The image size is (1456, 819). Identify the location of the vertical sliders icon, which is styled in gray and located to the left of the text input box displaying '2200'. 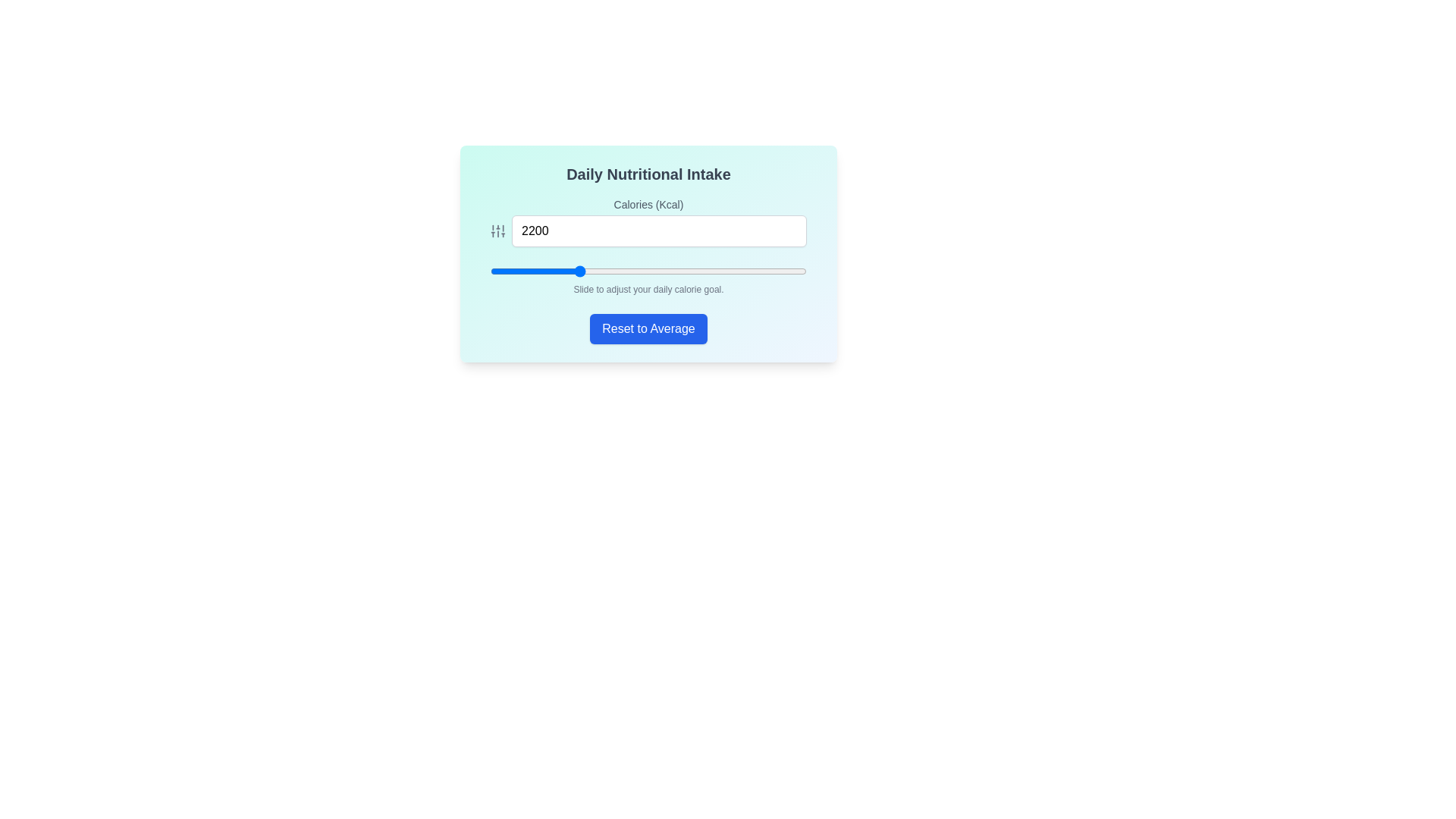
(498, 231).